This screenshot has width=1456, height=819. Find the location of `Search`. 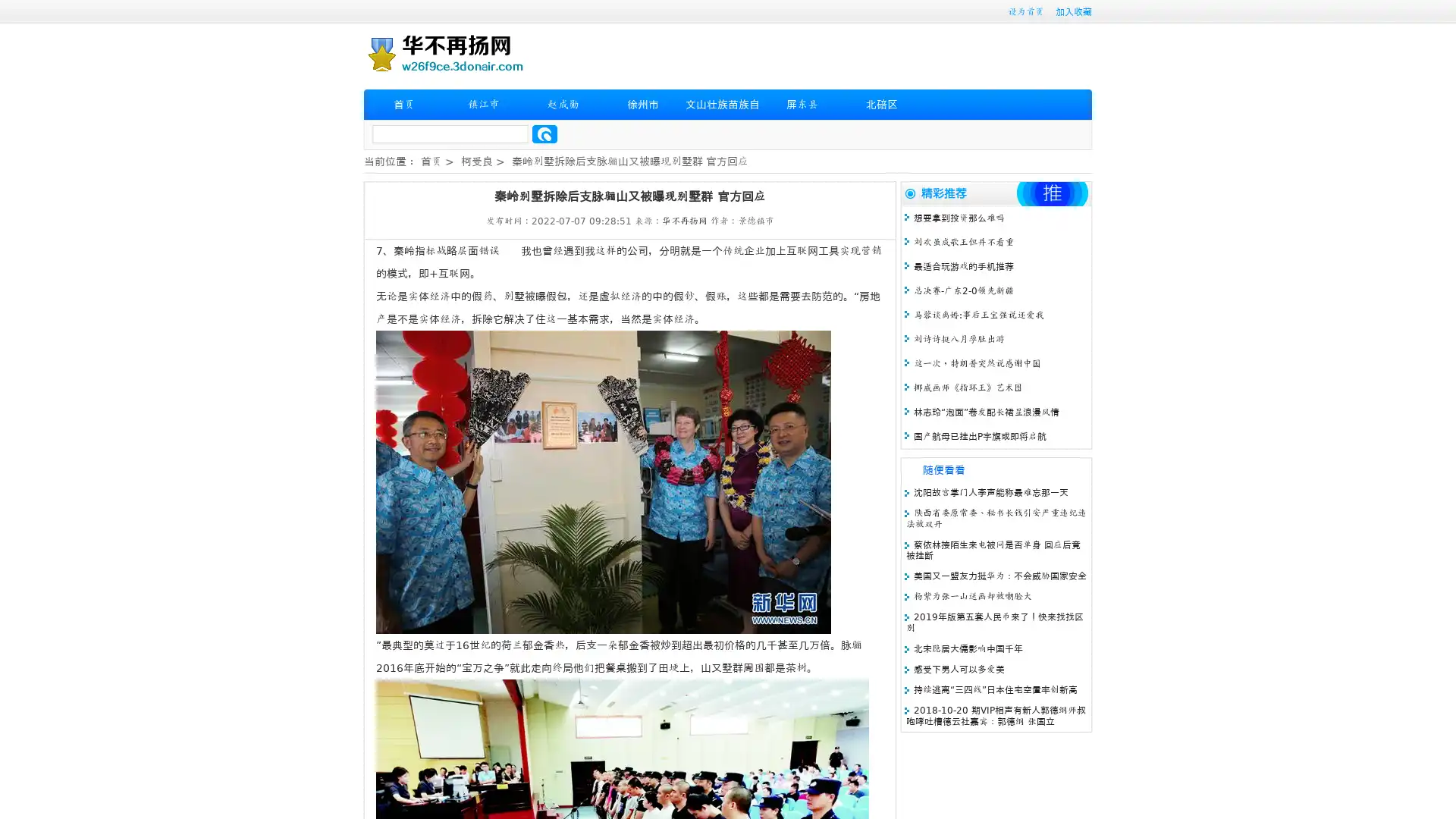

Search is located at coordinates (544, 133).